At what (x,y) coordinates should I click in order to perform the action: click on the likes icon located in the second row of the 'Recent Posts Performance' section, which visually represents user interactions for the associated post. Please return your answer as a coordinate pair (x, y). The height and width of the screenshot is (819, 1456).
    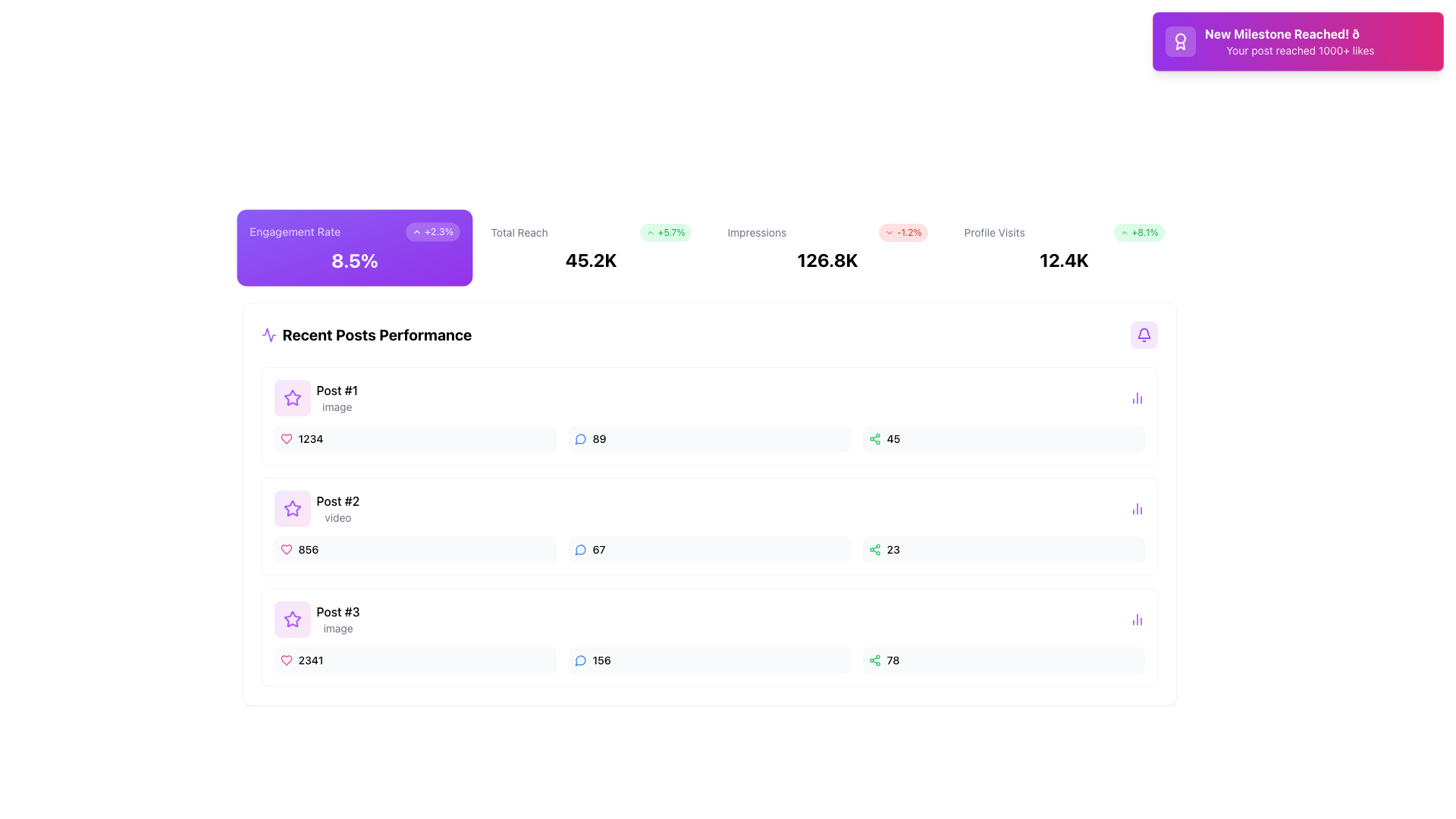
    Looking at the image, I should click on (286, 550).